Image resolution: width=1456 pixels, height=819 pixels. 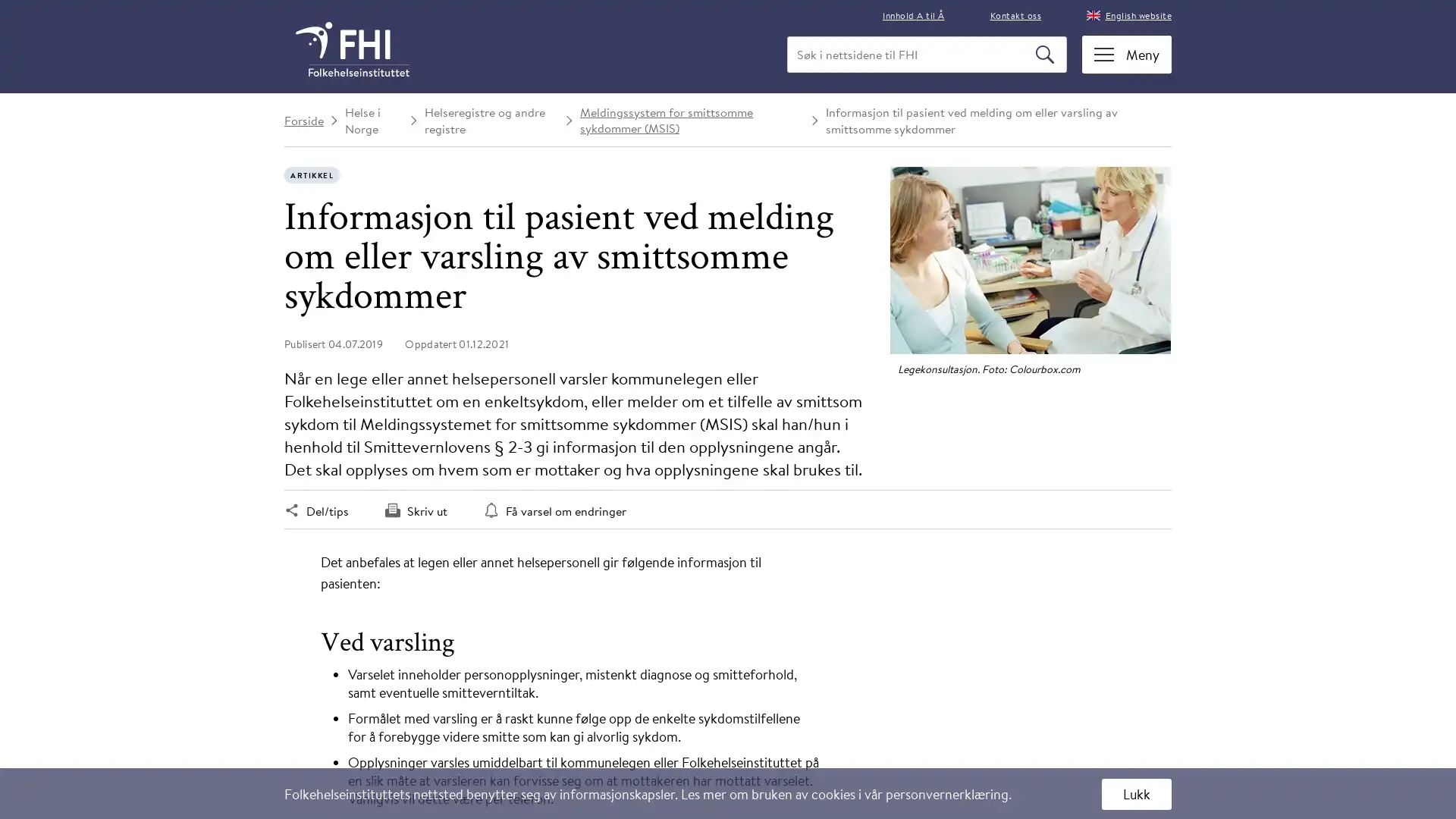 I want to click on Meny, so click(x=1127, y=53).